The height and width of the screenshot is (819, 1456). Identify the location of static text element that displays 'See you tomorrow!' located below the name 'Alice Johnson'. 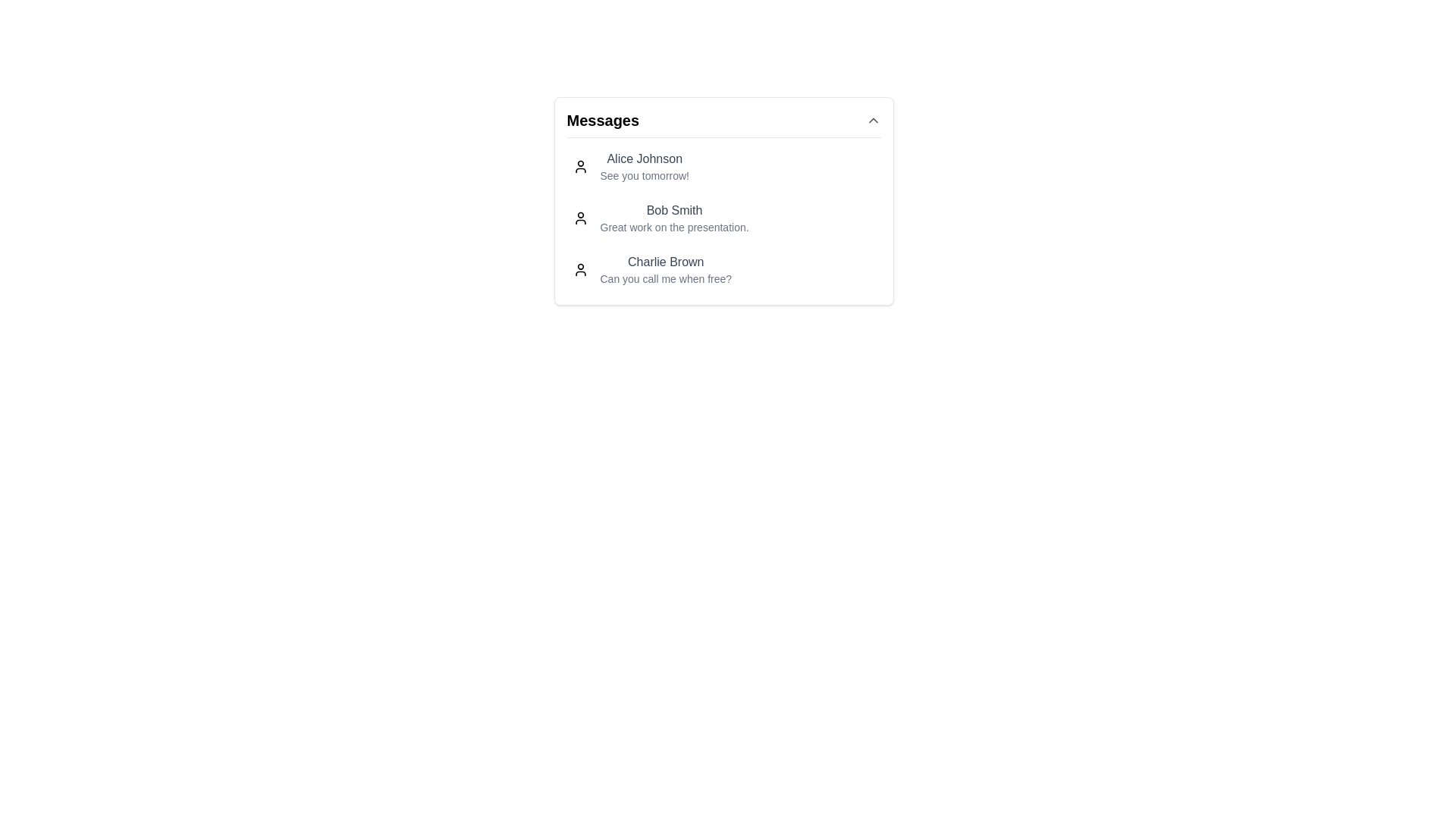
(645, 174).